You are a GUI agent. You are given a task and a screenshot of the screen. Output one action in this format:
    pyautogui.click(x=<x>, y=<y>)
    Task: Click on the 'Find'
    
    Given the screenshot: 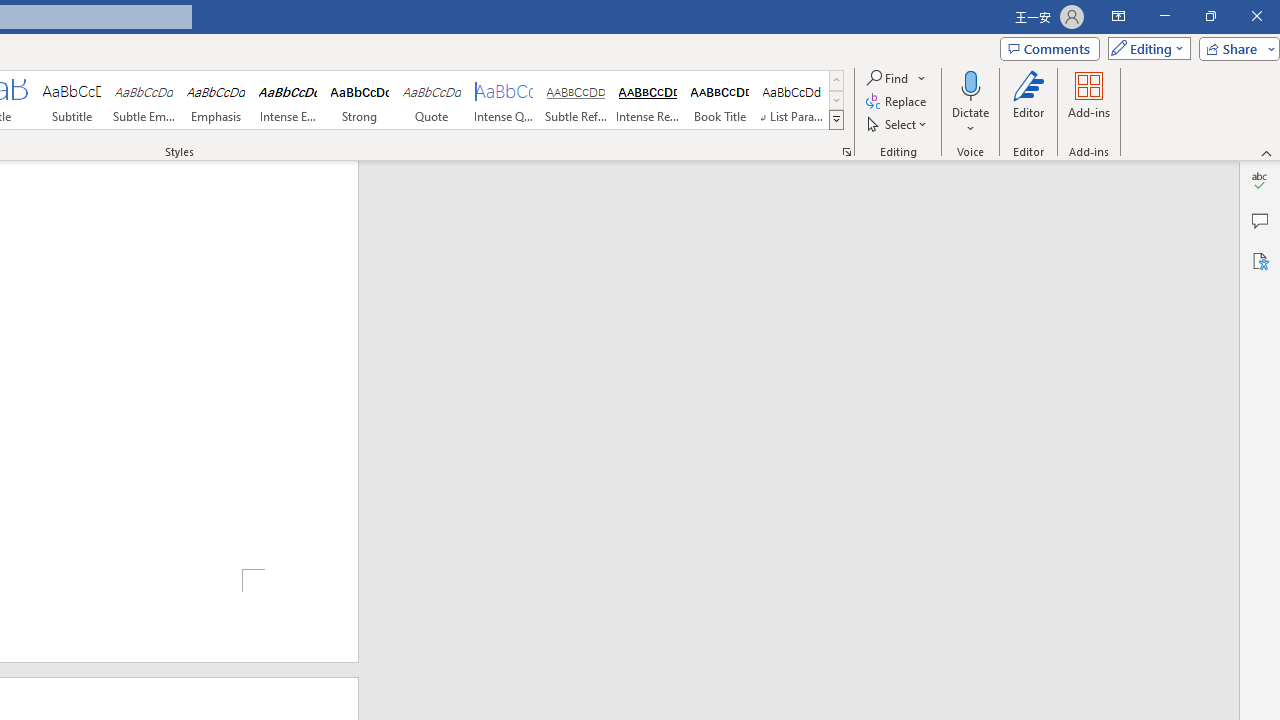 What is the action you would take?
    pyautogui.click(x=887, y=77)
    